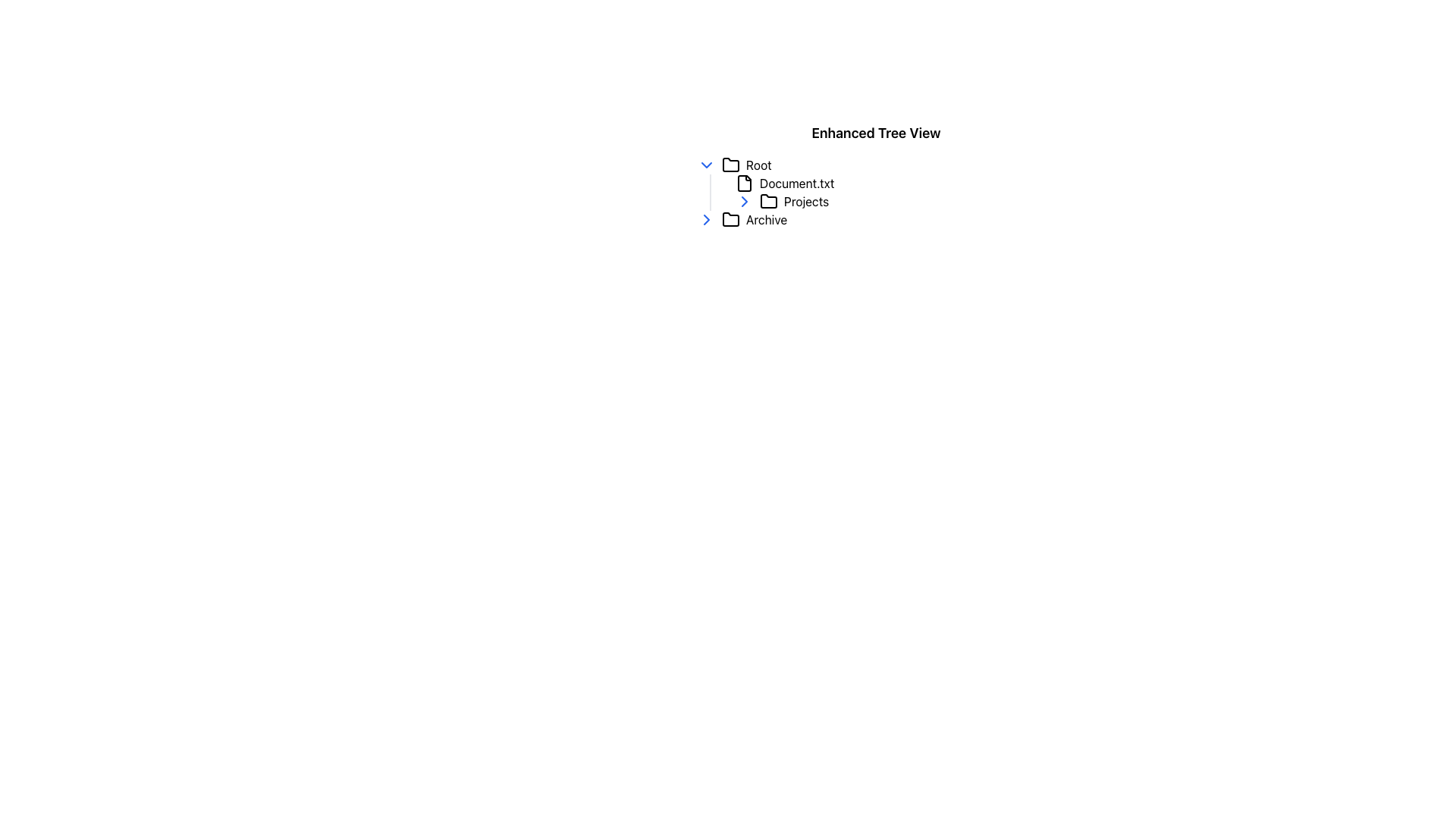  Describe the element at coordinates (767, 219) in the screenshot. I see `the Text Label indicating the name of a folder or item in the tree view interface, which is located at the bottom level of the tree structure hierarchy` at that location.